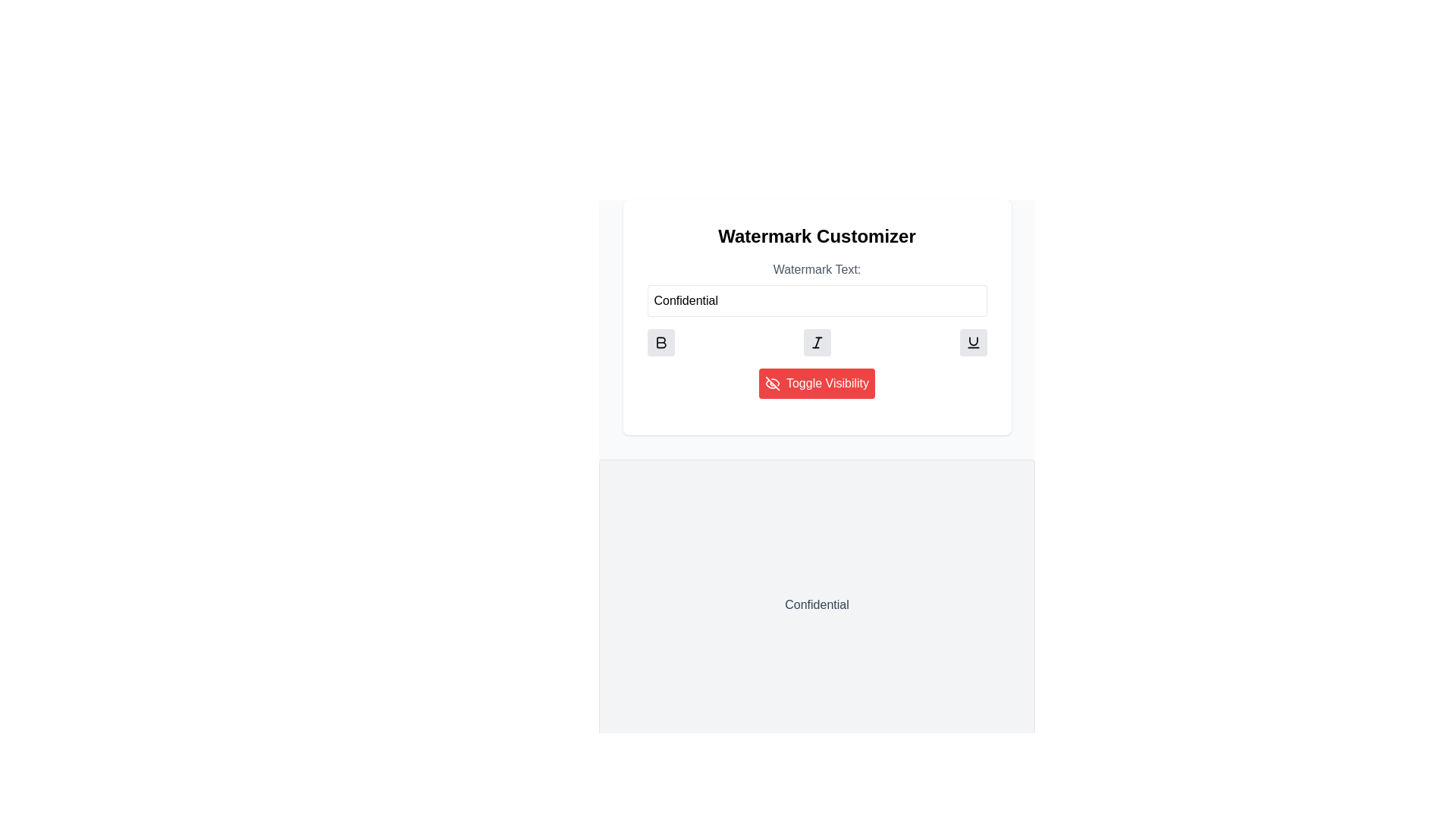 This screenshot has height=819, width=1456. I want to click on the middle button that applies italic style to the text entered in the 'Watermark Text' input field, so click(816, 342).